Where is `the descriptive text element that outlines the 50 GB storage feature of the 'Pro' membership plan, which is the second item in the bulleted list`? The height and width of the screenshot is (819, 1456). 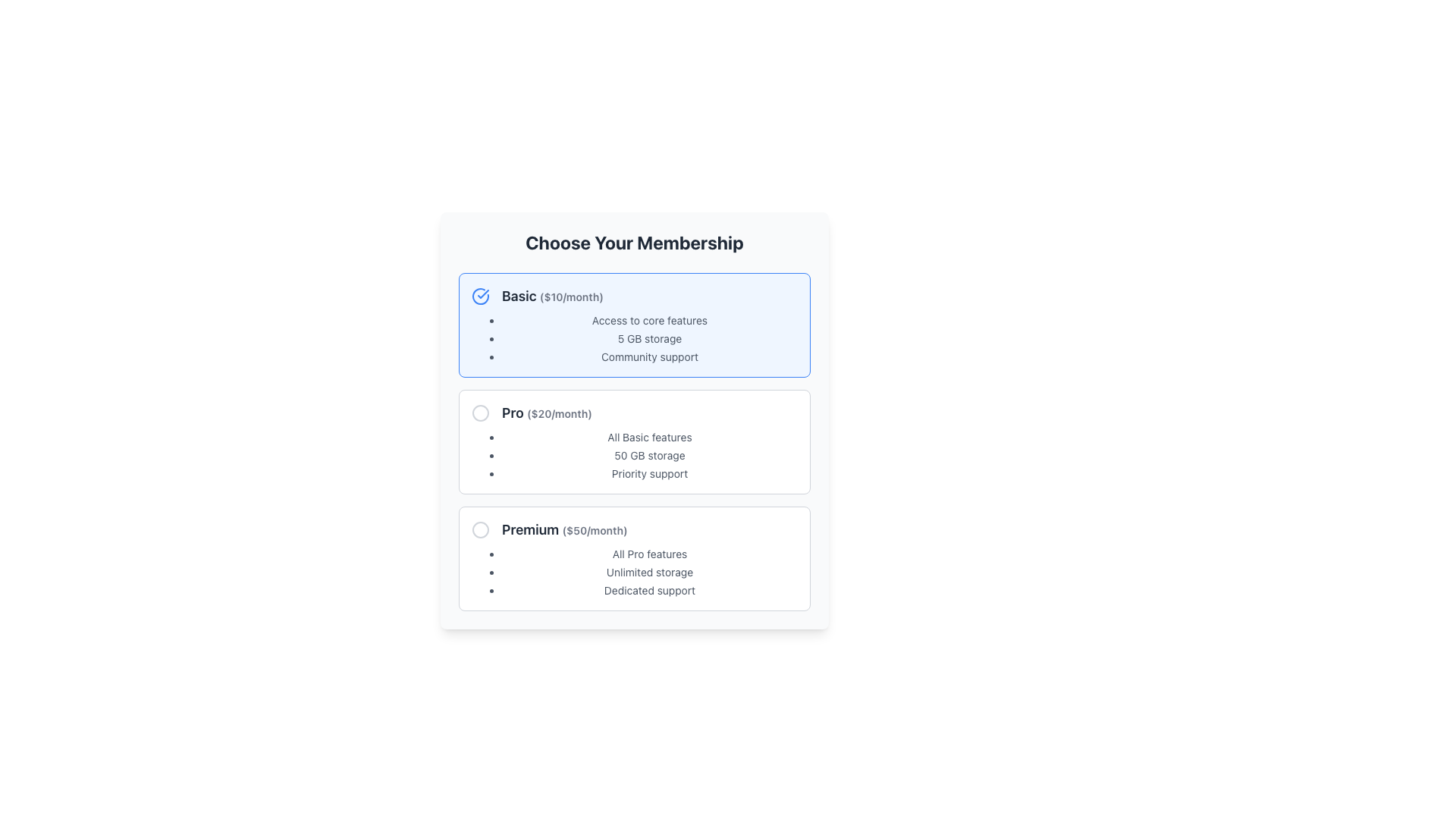 the descriptive text element that outlines the 50 GB storage feature of the 'Pro' membership plan, which is the second item in the bulleted list is located at coordinates (650, 455).